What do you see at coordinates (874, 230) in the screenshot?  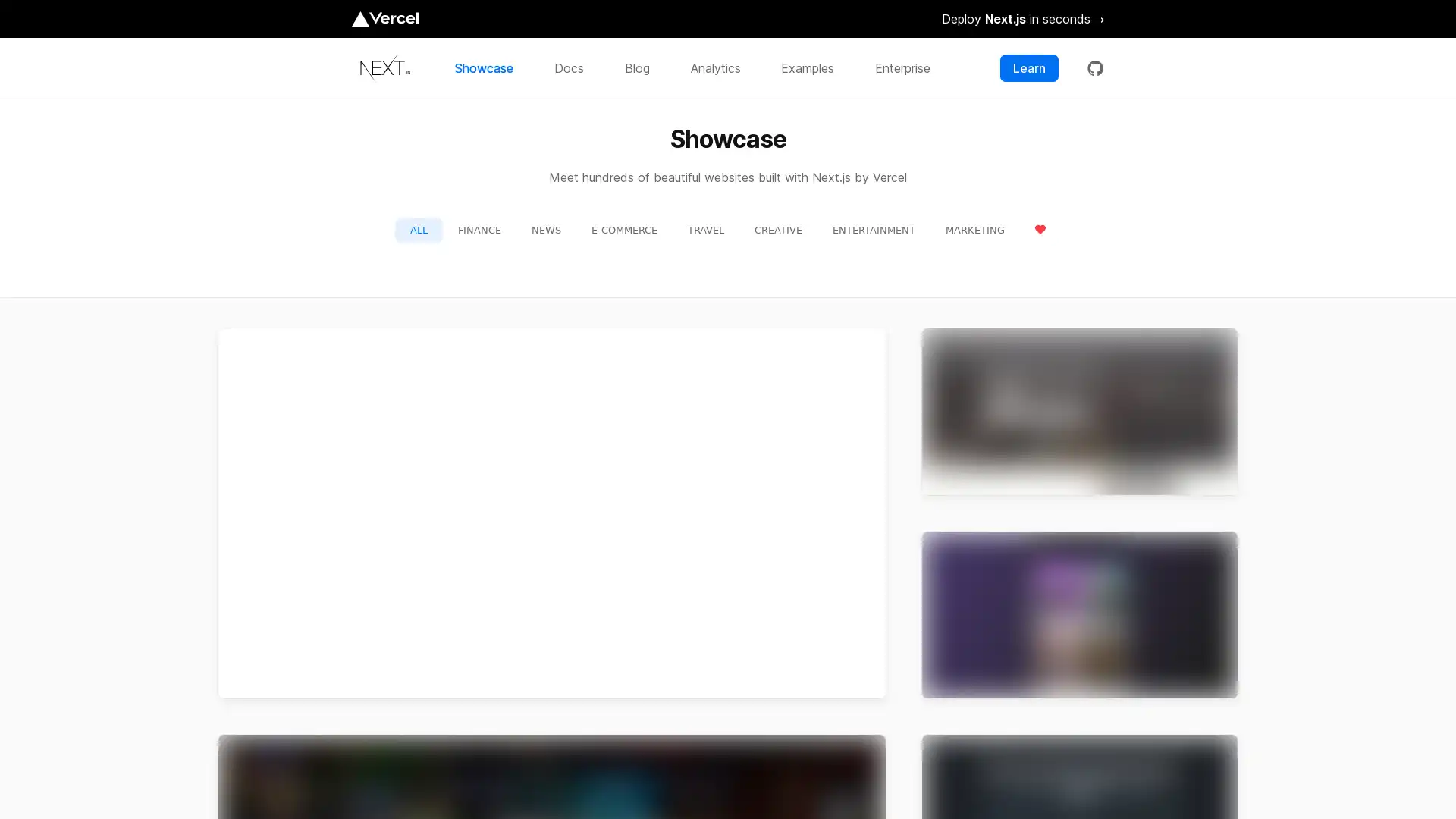 I see `ENTERTAINMENT` at bounding box center [874, 230].